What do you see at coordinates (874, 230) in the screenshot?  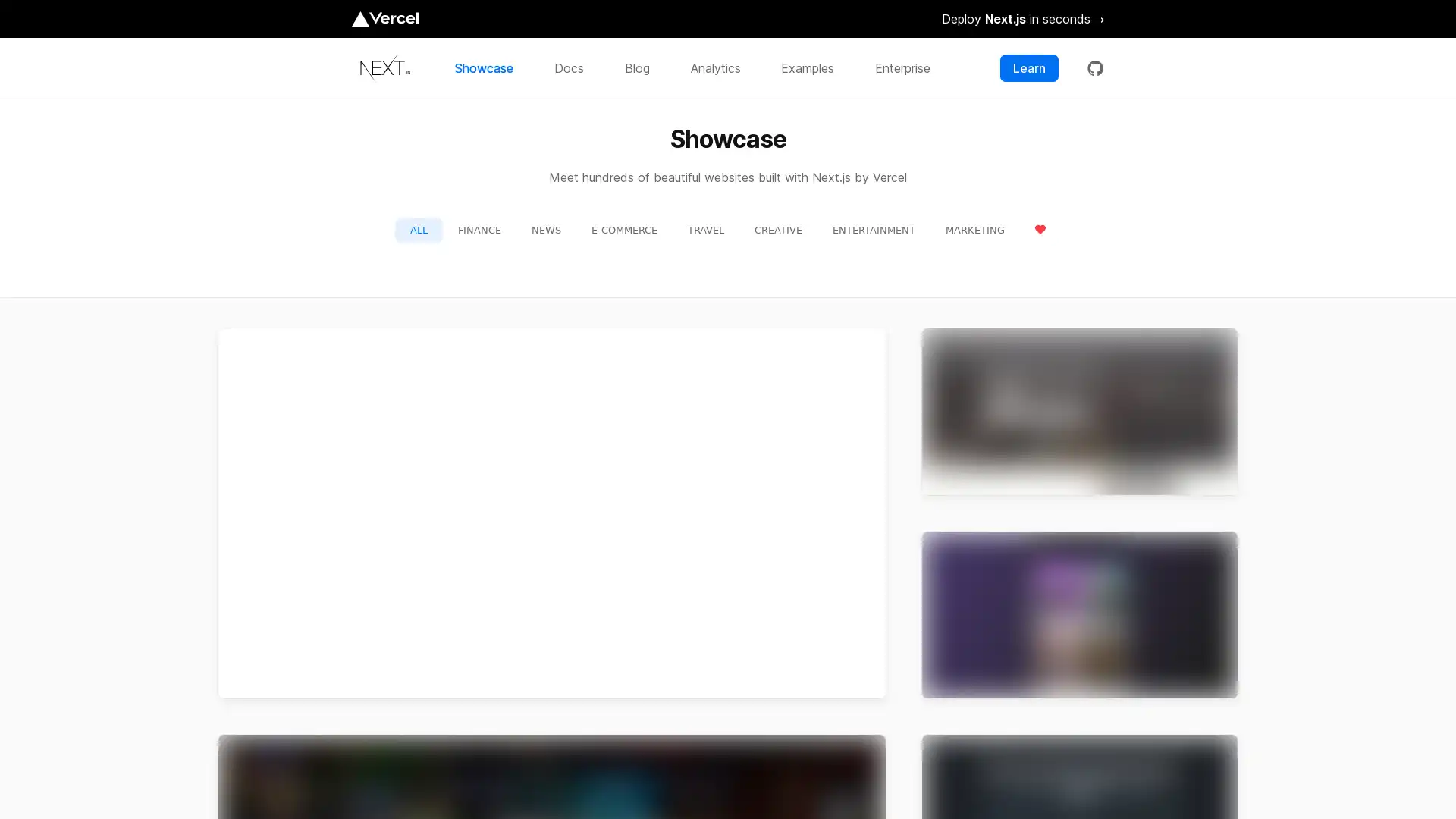 I see `ENTERTAINMENT` at bounding box center [874, 230].